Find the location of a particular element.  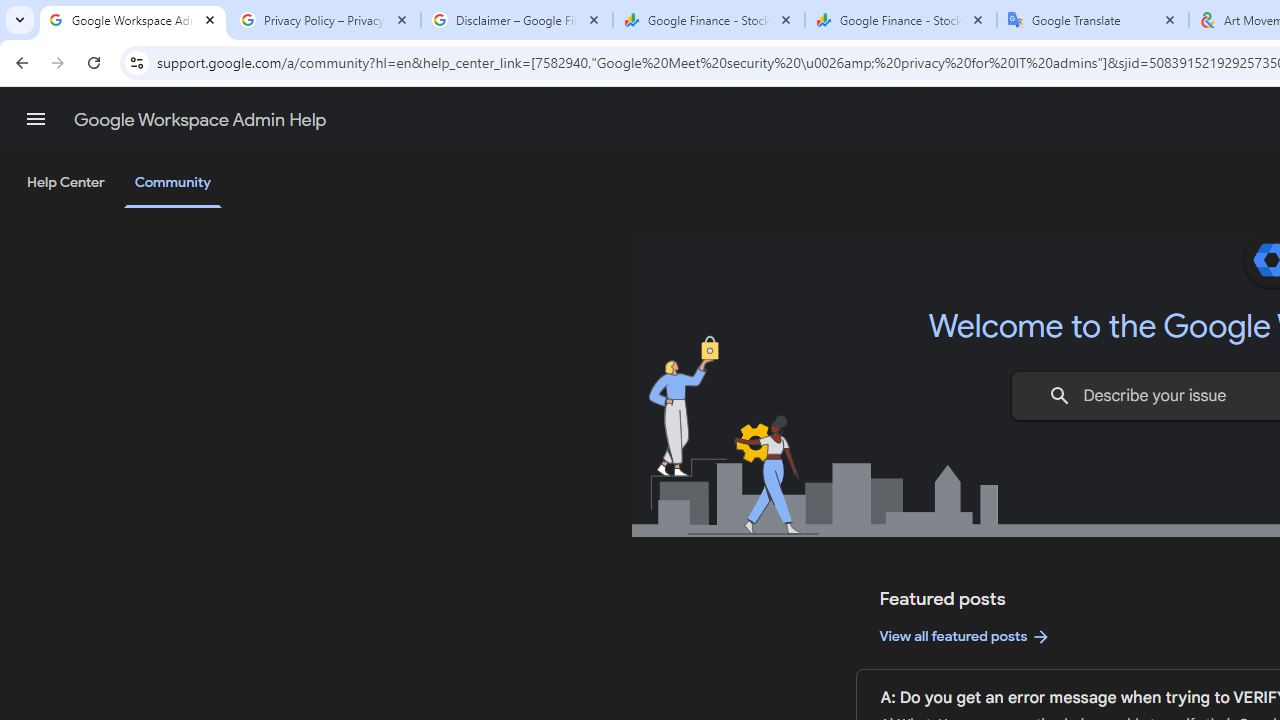

'View all featured posts' is located at coordinates (965, 636).